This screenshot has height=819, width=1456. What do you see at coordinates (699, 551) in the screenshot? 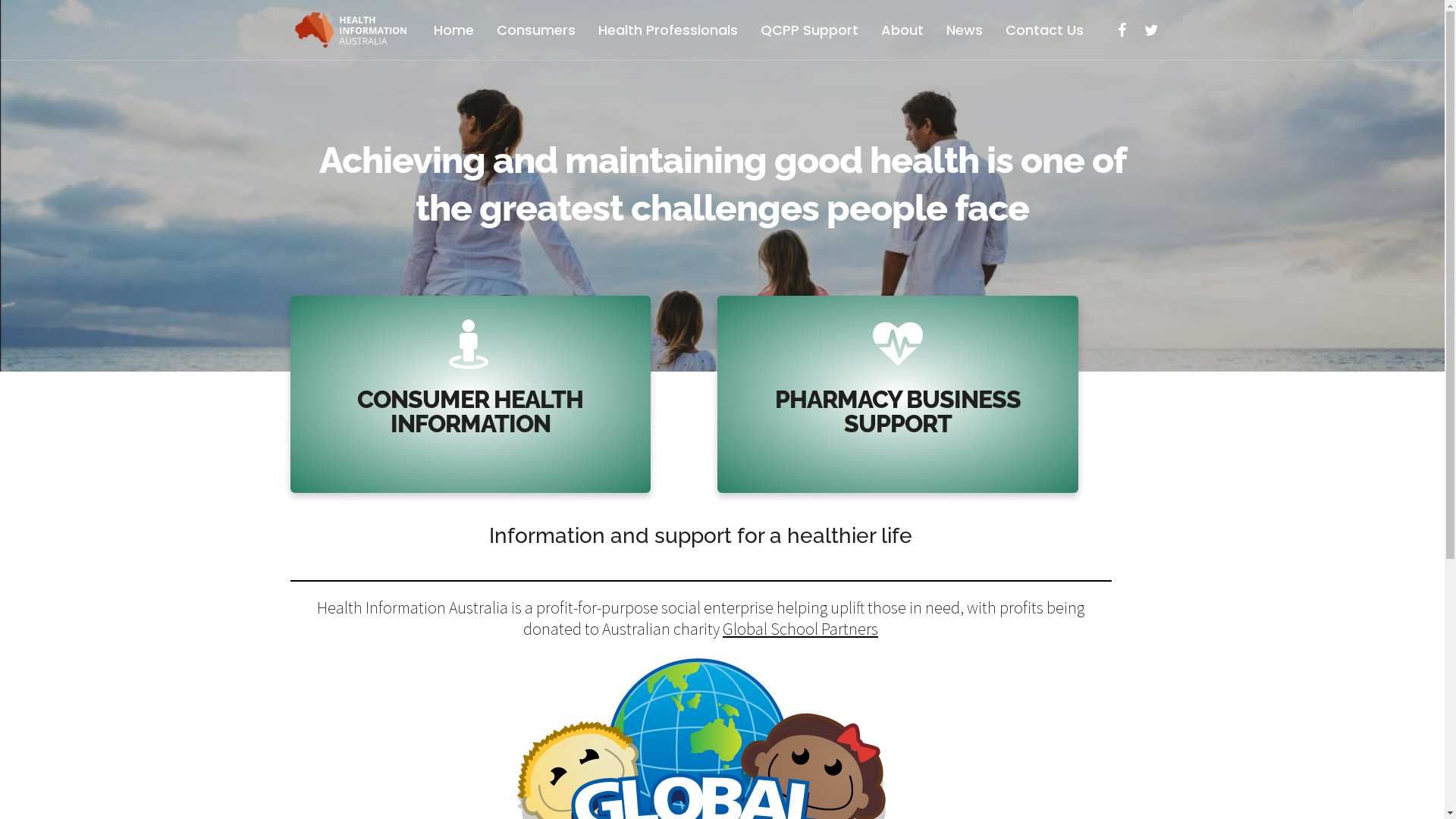
I see `'Information and support for a healthier life'` at bounding box center [699, 551].